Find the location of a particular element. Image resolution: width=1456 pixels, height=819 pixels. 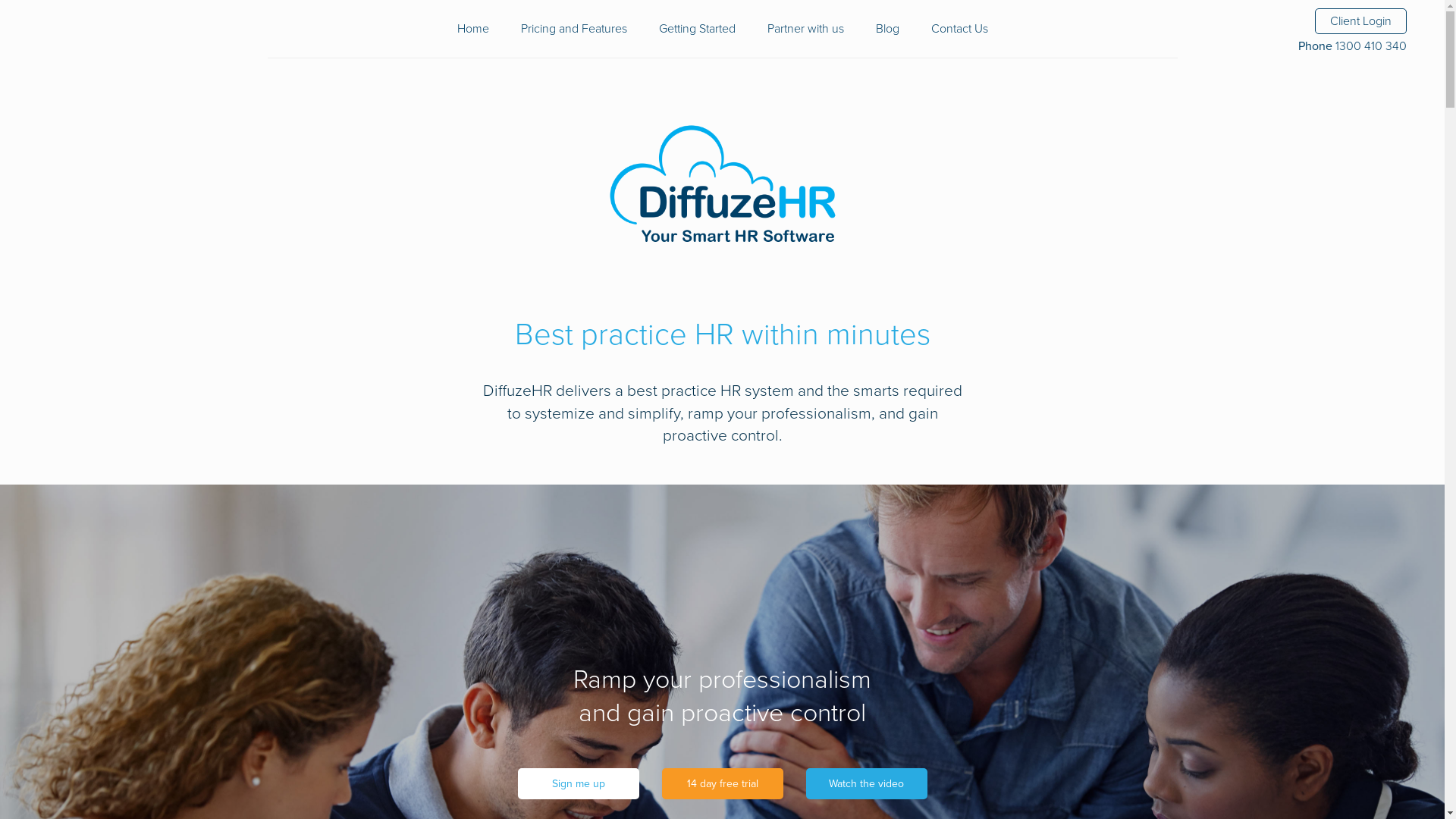

'Getting Started' is located at coordinates (695, 29).